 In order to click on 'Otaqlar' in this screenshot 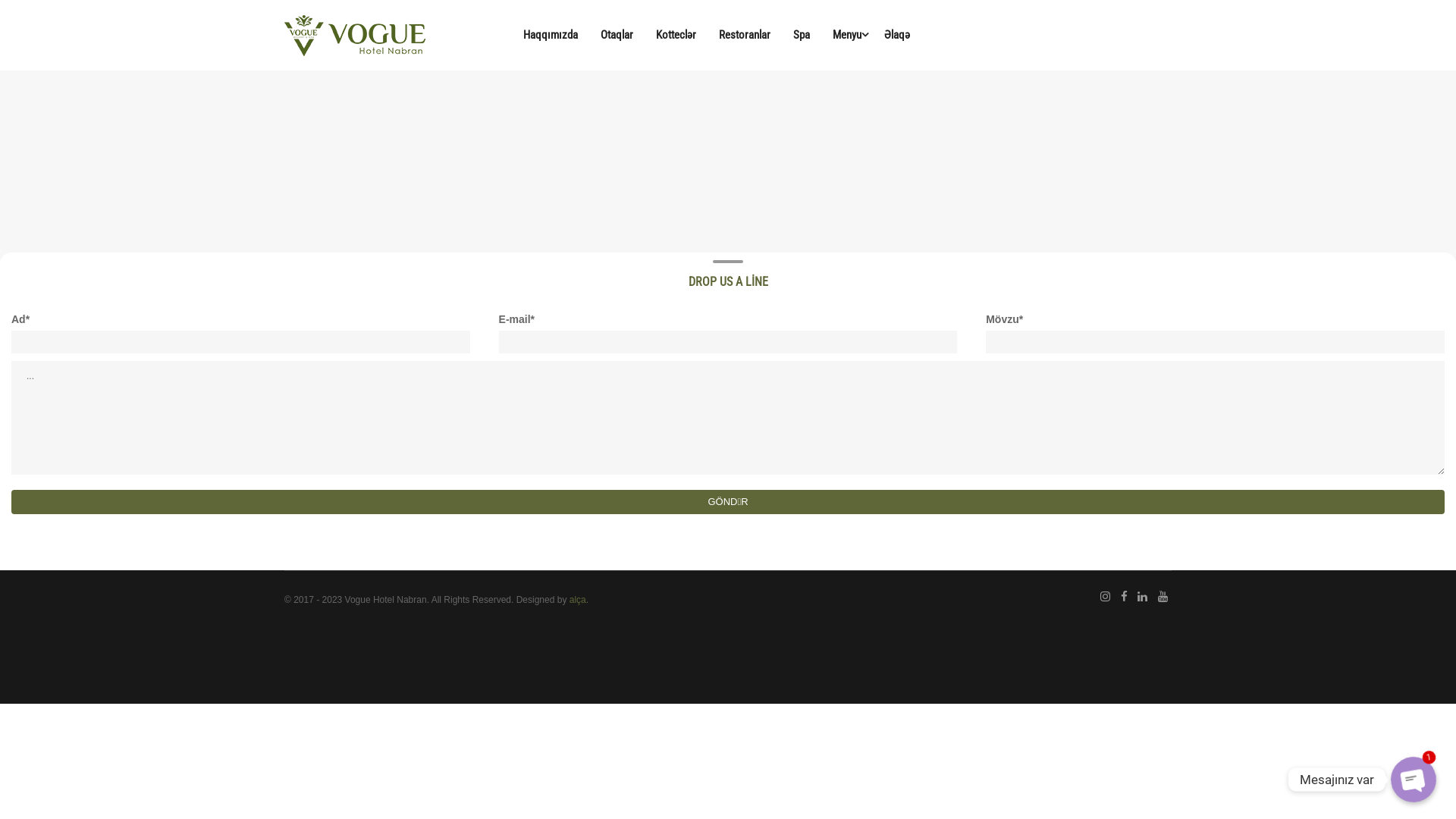, I will do `click(617, 34)`.